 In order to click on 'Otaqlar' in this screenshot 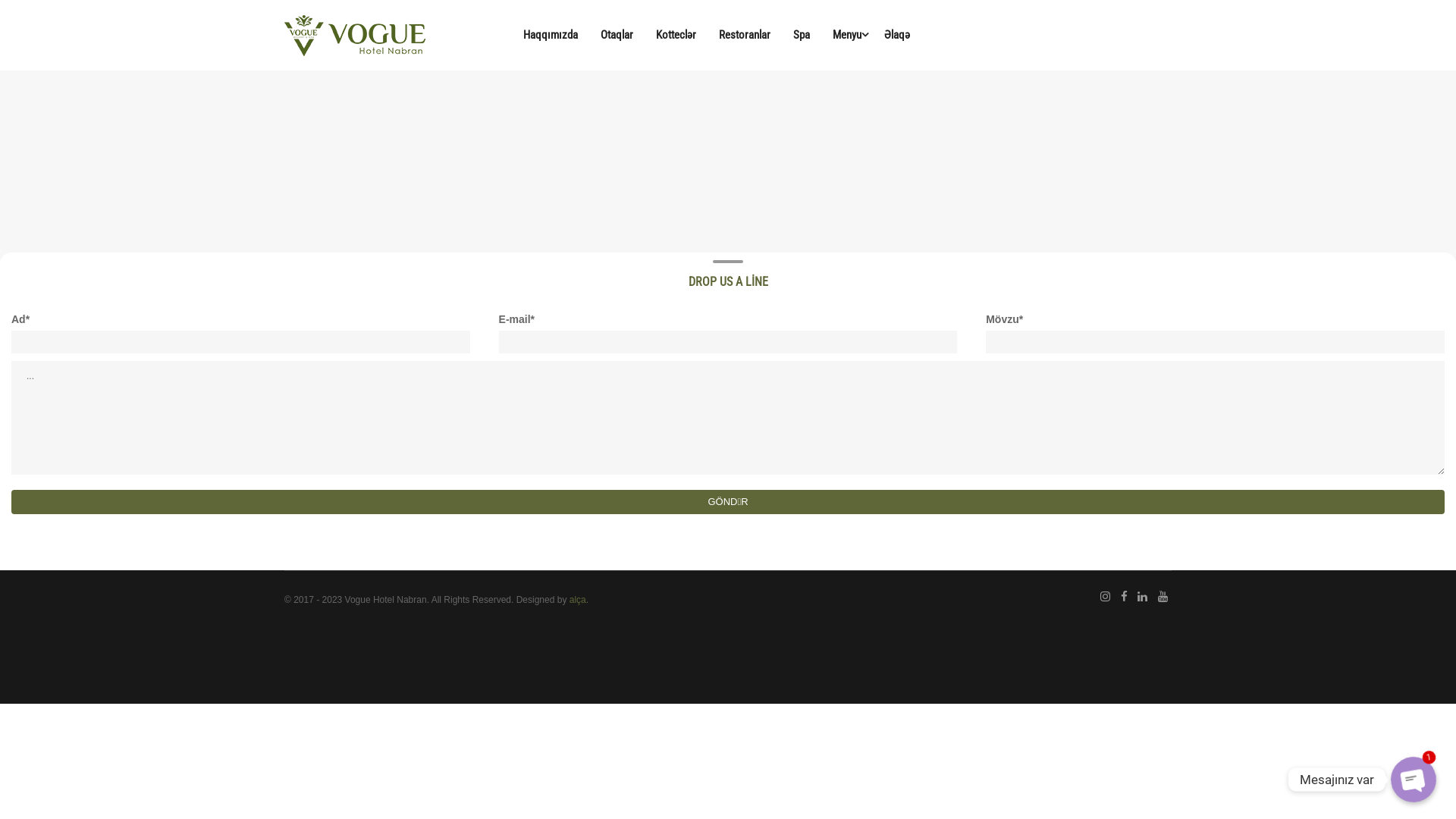, I will do `click(617, 34)`.